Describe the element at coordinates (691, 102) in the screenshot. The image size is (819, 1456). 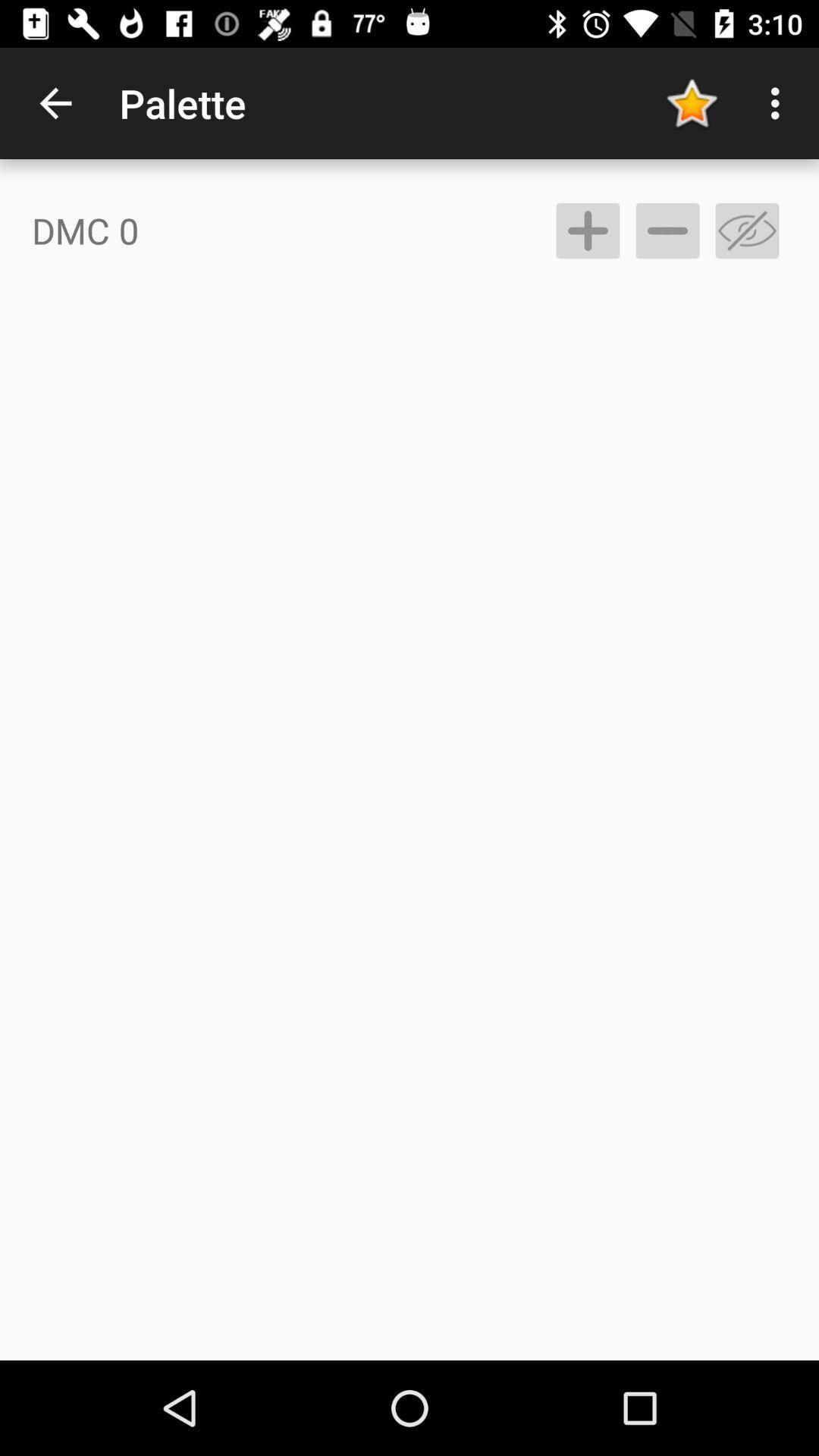
I see `app to the right of the palette item` at that location.